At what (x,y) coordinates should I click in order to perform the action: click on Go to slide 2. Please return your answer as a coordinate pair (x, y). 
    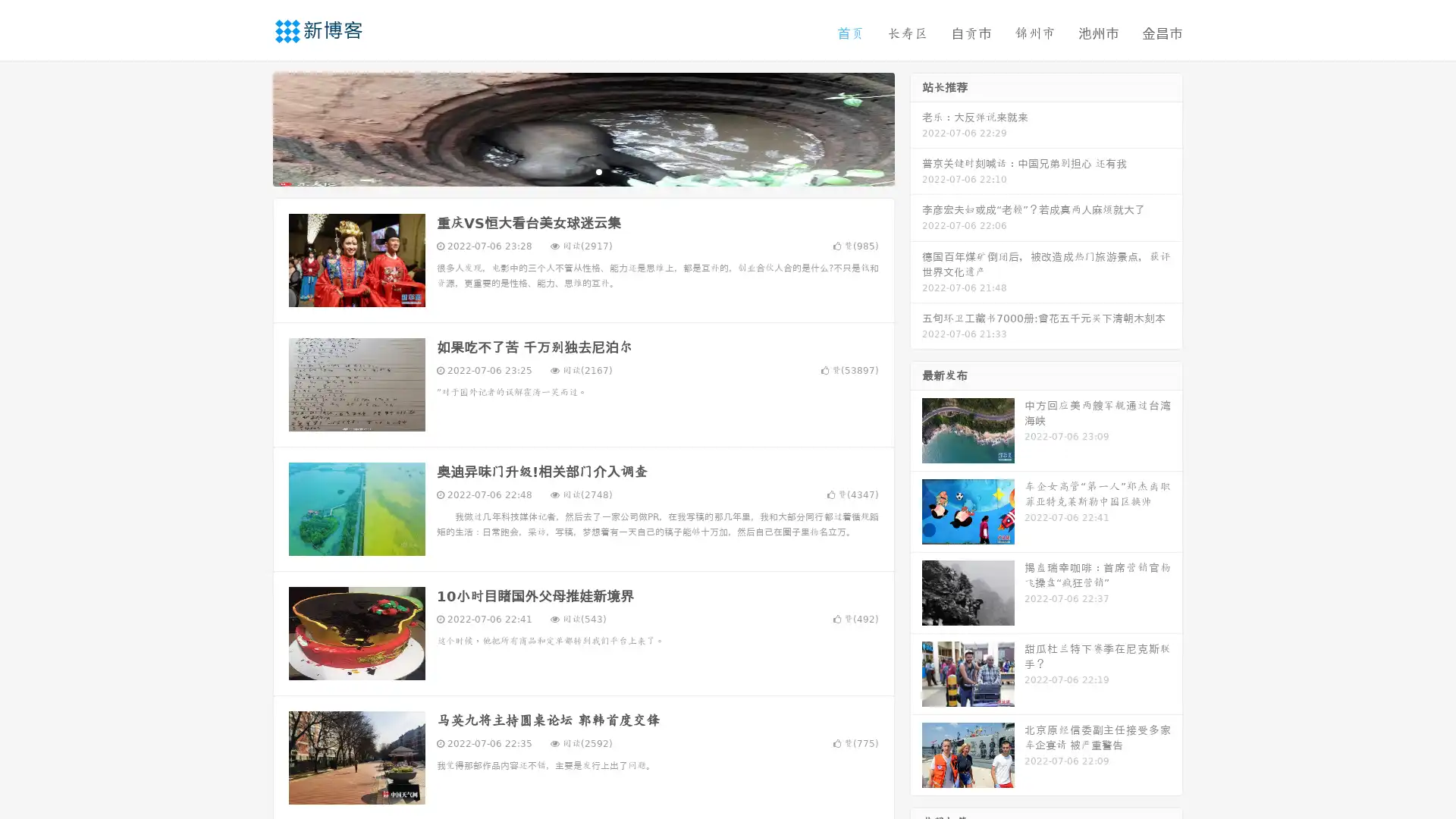
    Looking at the image, I should click on (582, 171).